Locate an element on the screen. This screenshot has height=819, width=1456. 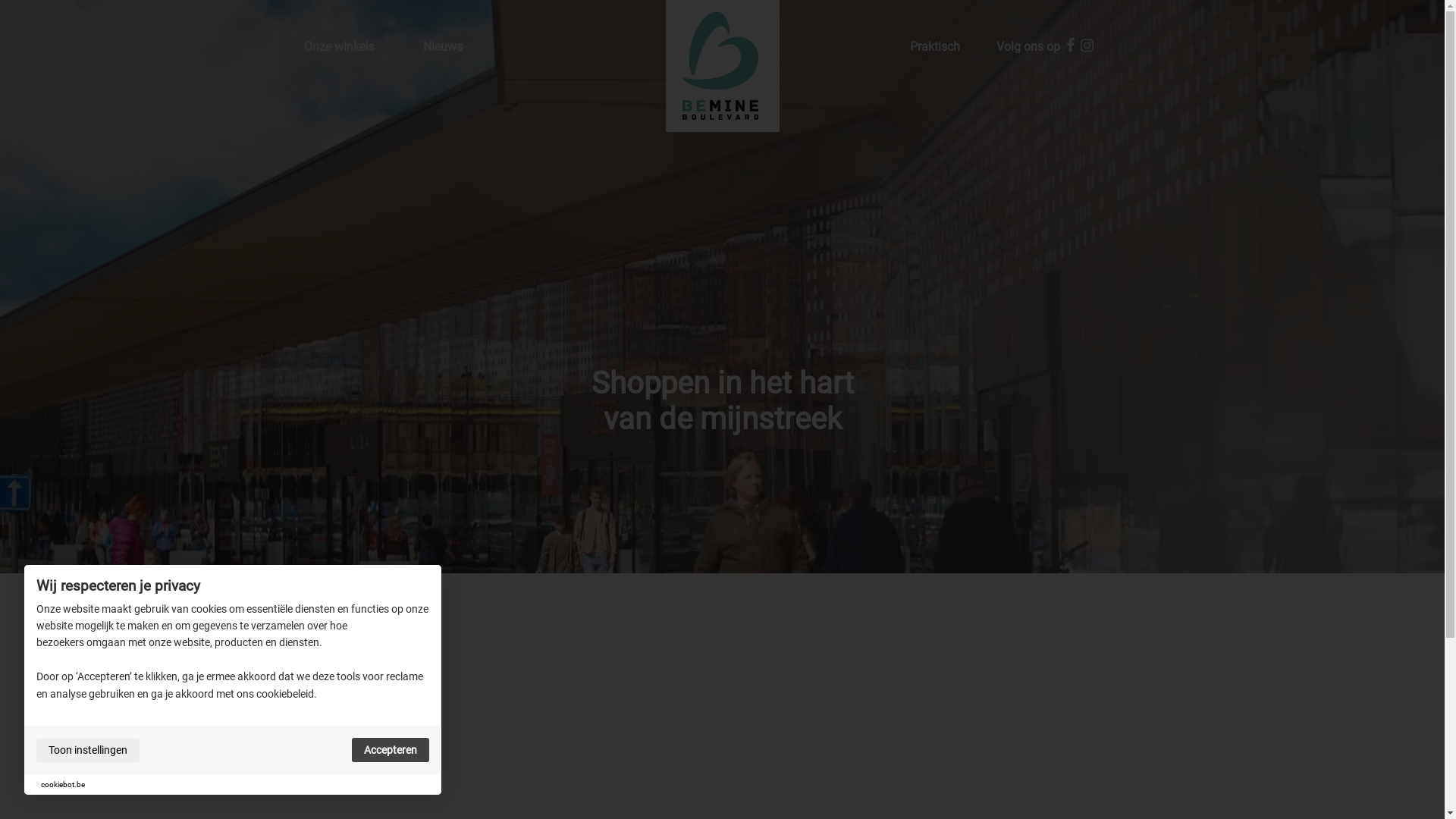
'Praktisch' is located at coordinates (934, 45).